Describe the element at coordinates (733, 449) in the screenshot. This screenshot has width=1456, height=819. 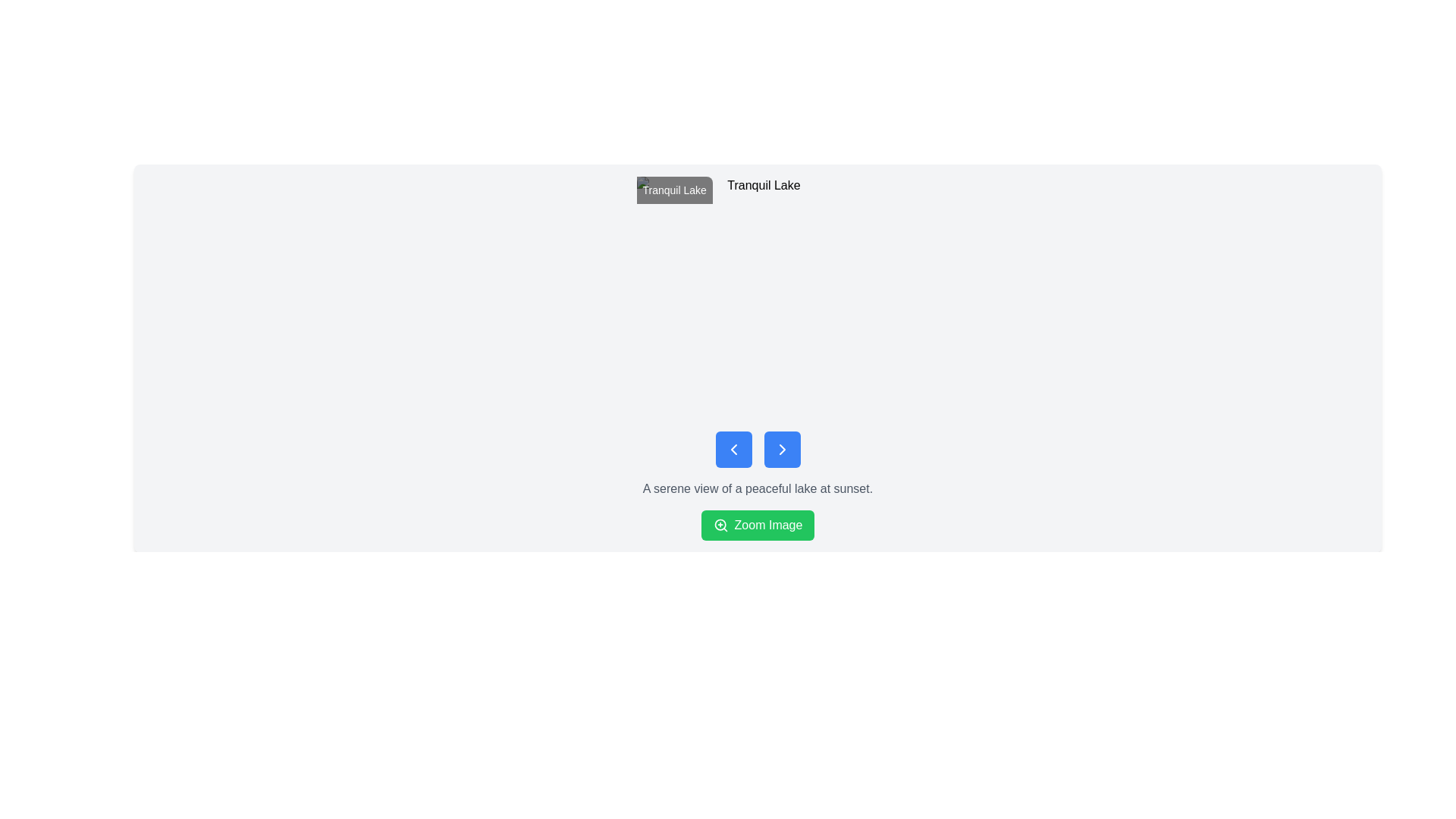
I see `the chevron indicator icon used for navigating to the previous item in the sequence, located inside the left navigation button area` at that location.